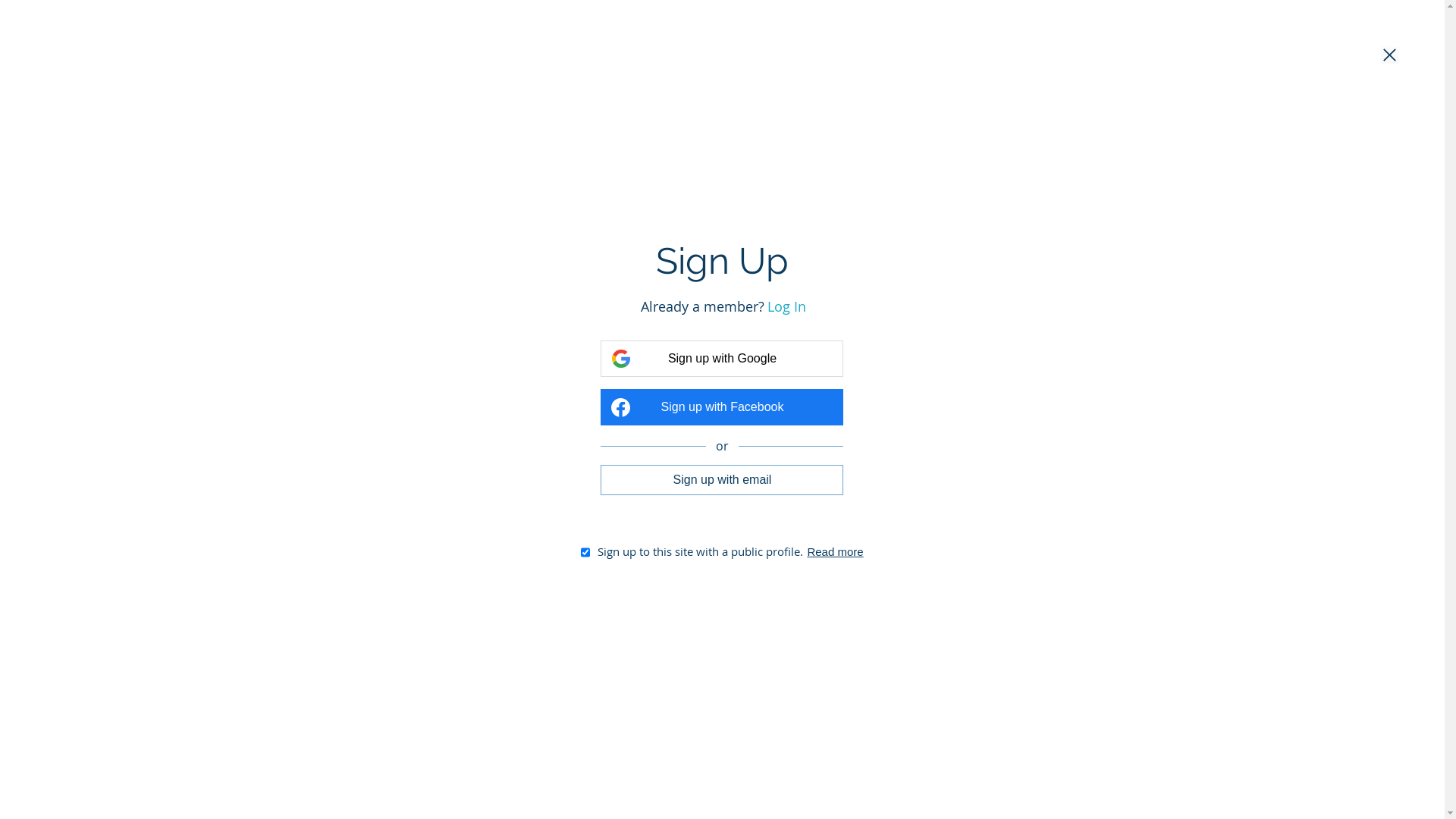 This screenshot has width=1456, height=819. What do you see at coordinates (720, 359) in the screenshot?
I see `'Sign up with Google'` at bounding box center [720, 359].